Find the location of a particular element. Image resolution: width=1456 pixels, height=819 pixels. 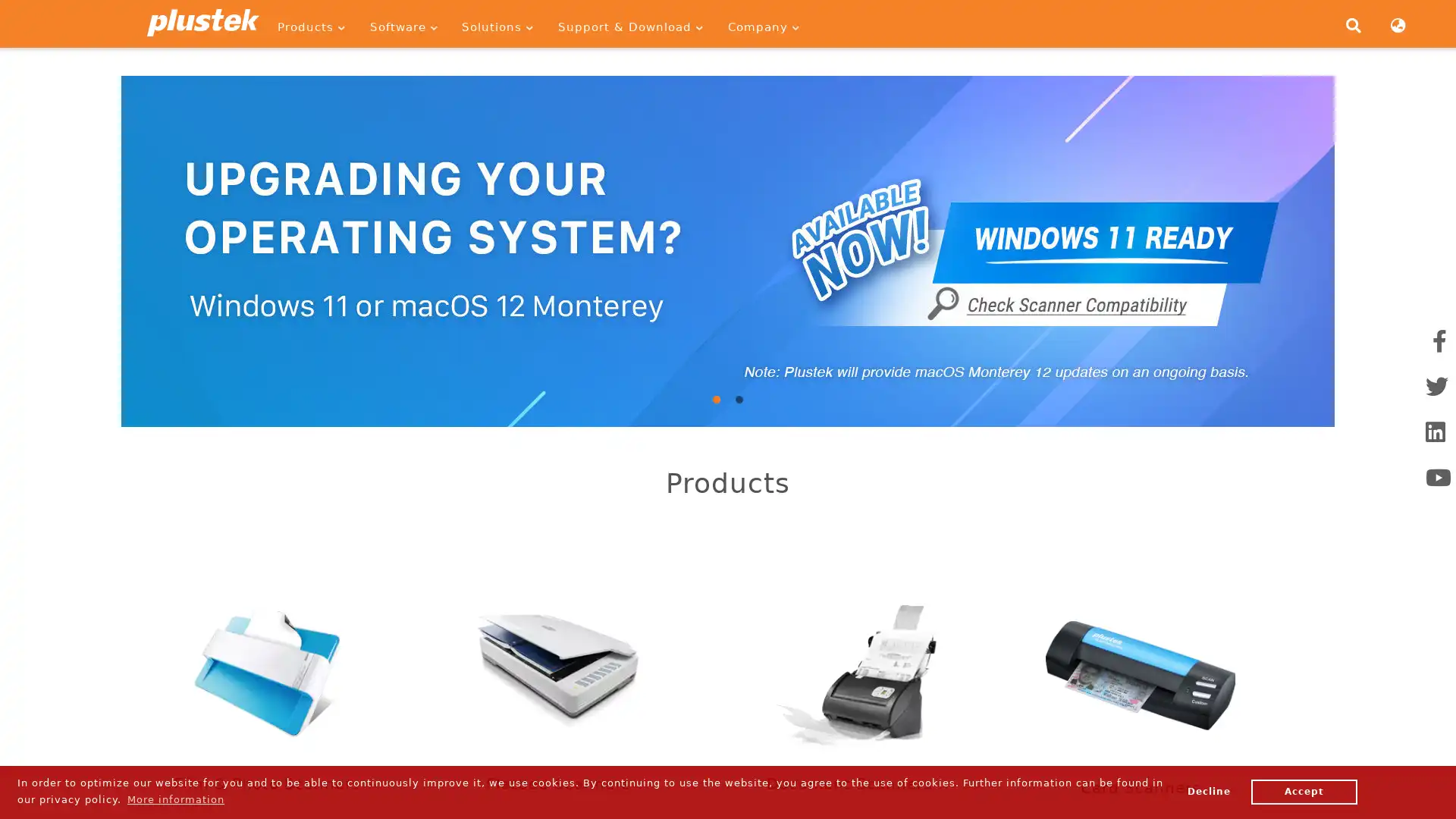

deny cookies is located at coordinates (1207, 791).